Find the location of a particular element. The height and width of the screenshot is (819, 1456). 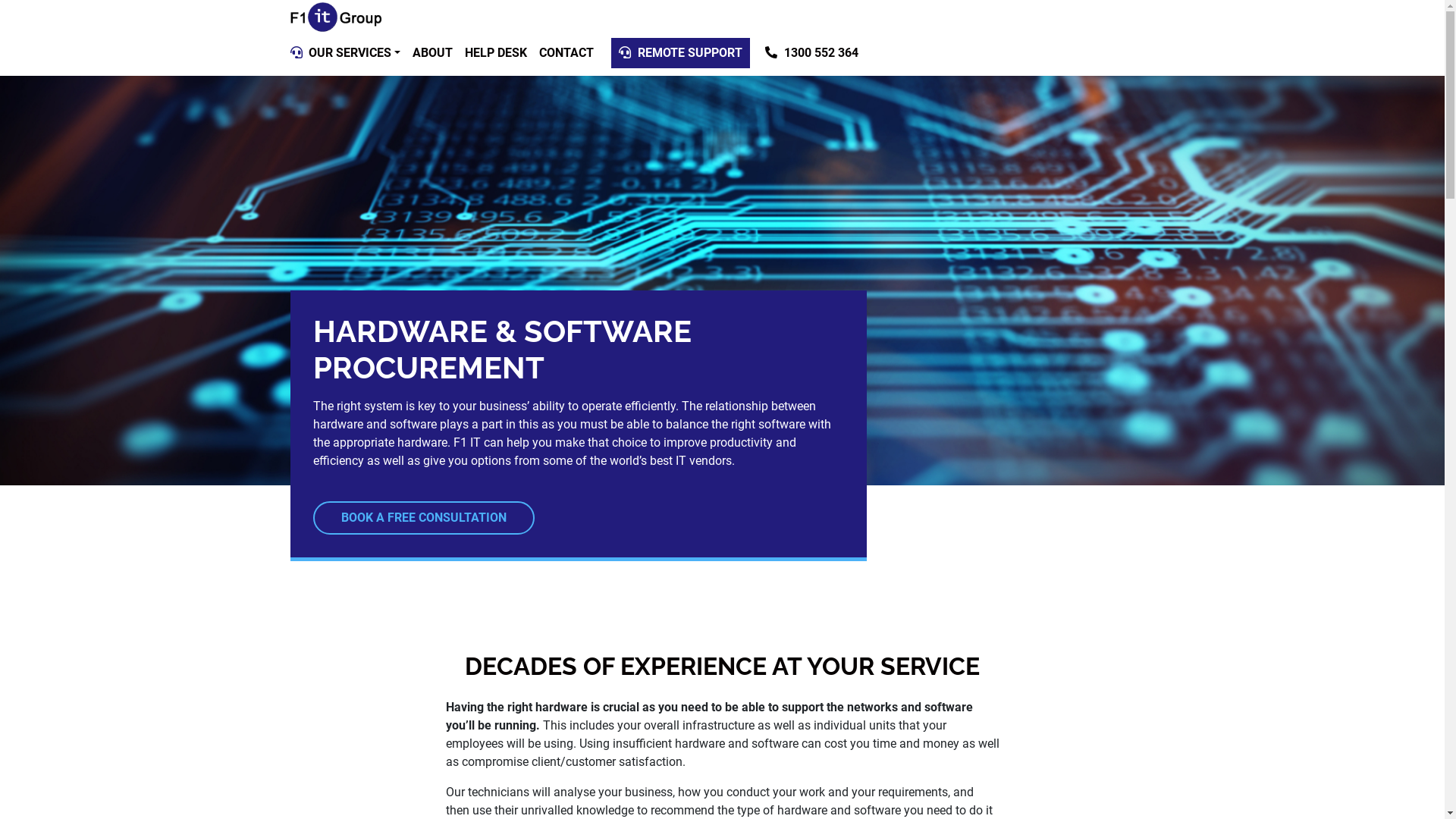

'1300 552 364' is located at coordinates (811, 52).